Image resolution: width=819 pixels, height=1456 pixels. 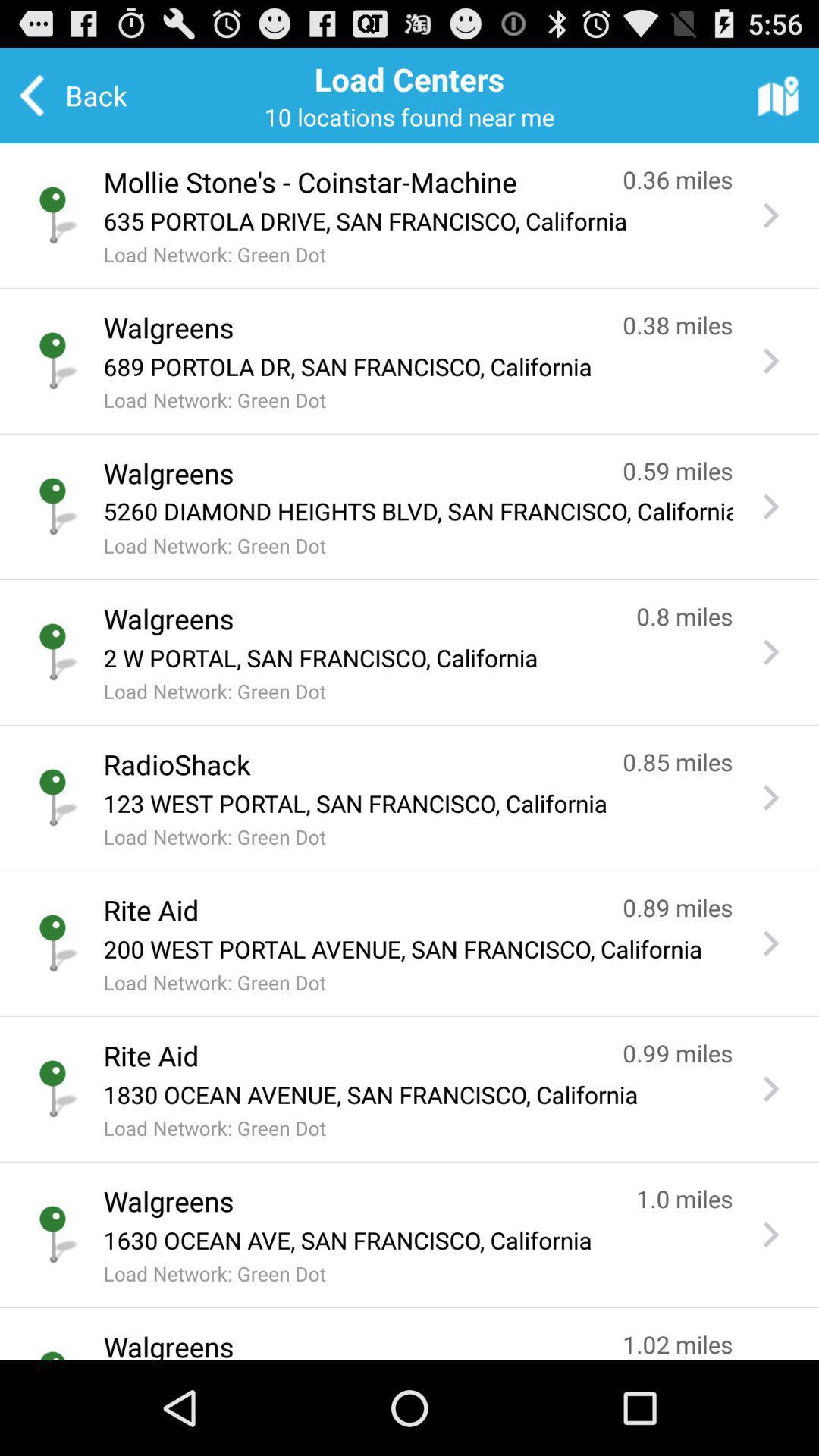 I want to click on the app to the right of the load centers, so click(x=778, y=94).